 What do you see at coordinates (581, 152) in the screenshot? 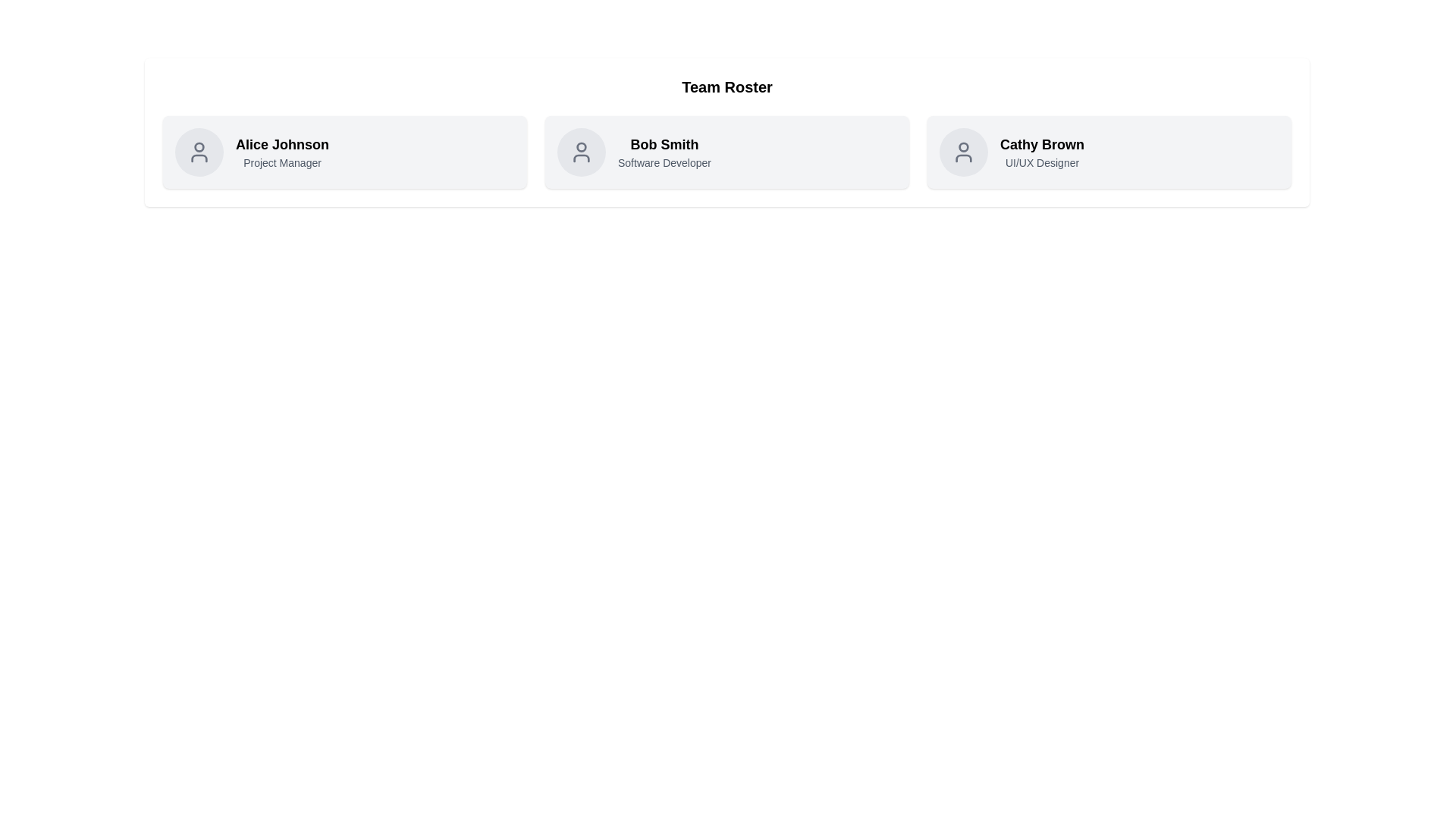
I see `the user outline icon with a gray circular background located in the left section of Bob Smith's profile card` at bounding box center [581, 152].